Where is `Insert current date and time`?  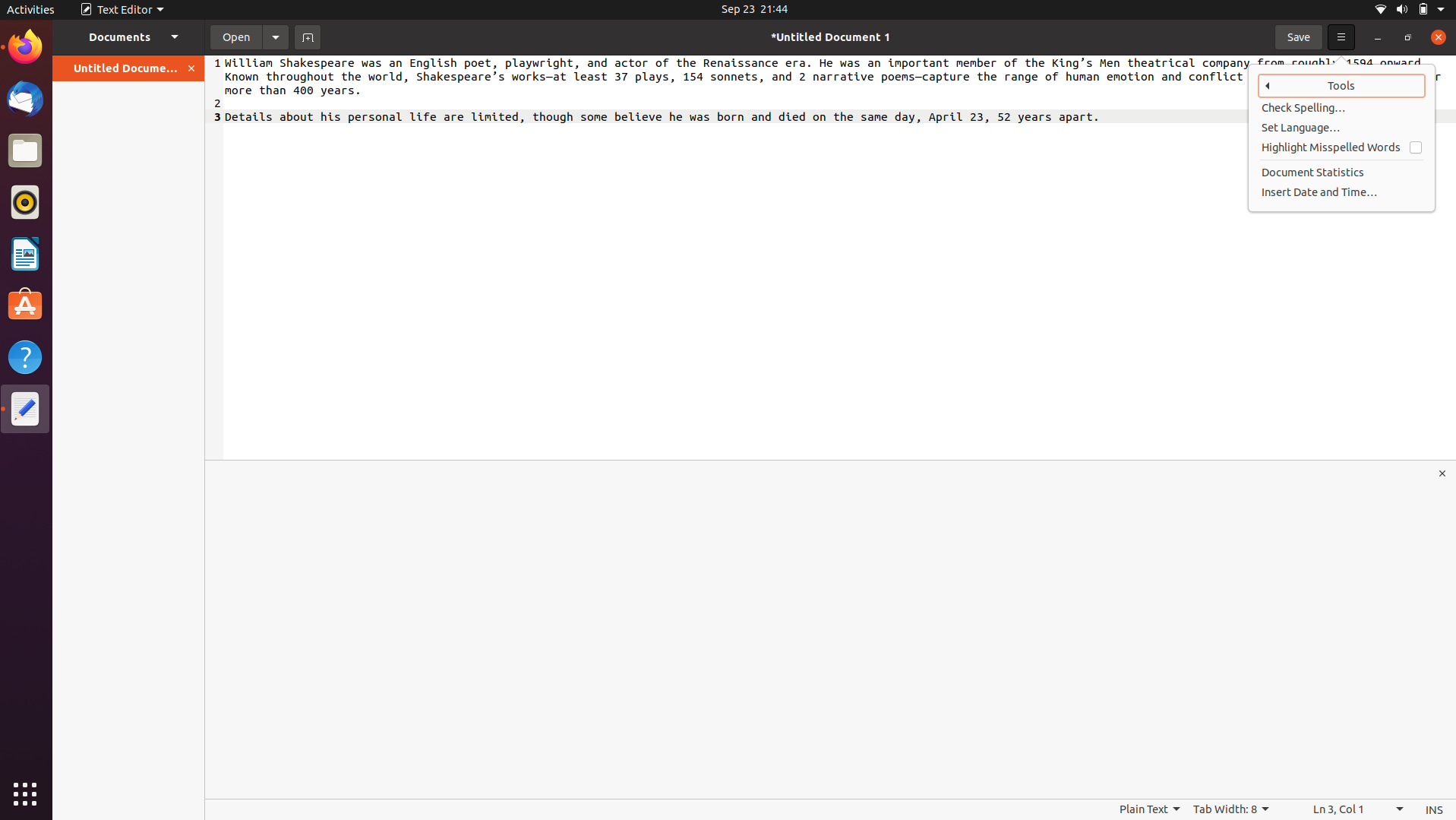
Insert current date and time is located at coordinates (1342, 191).